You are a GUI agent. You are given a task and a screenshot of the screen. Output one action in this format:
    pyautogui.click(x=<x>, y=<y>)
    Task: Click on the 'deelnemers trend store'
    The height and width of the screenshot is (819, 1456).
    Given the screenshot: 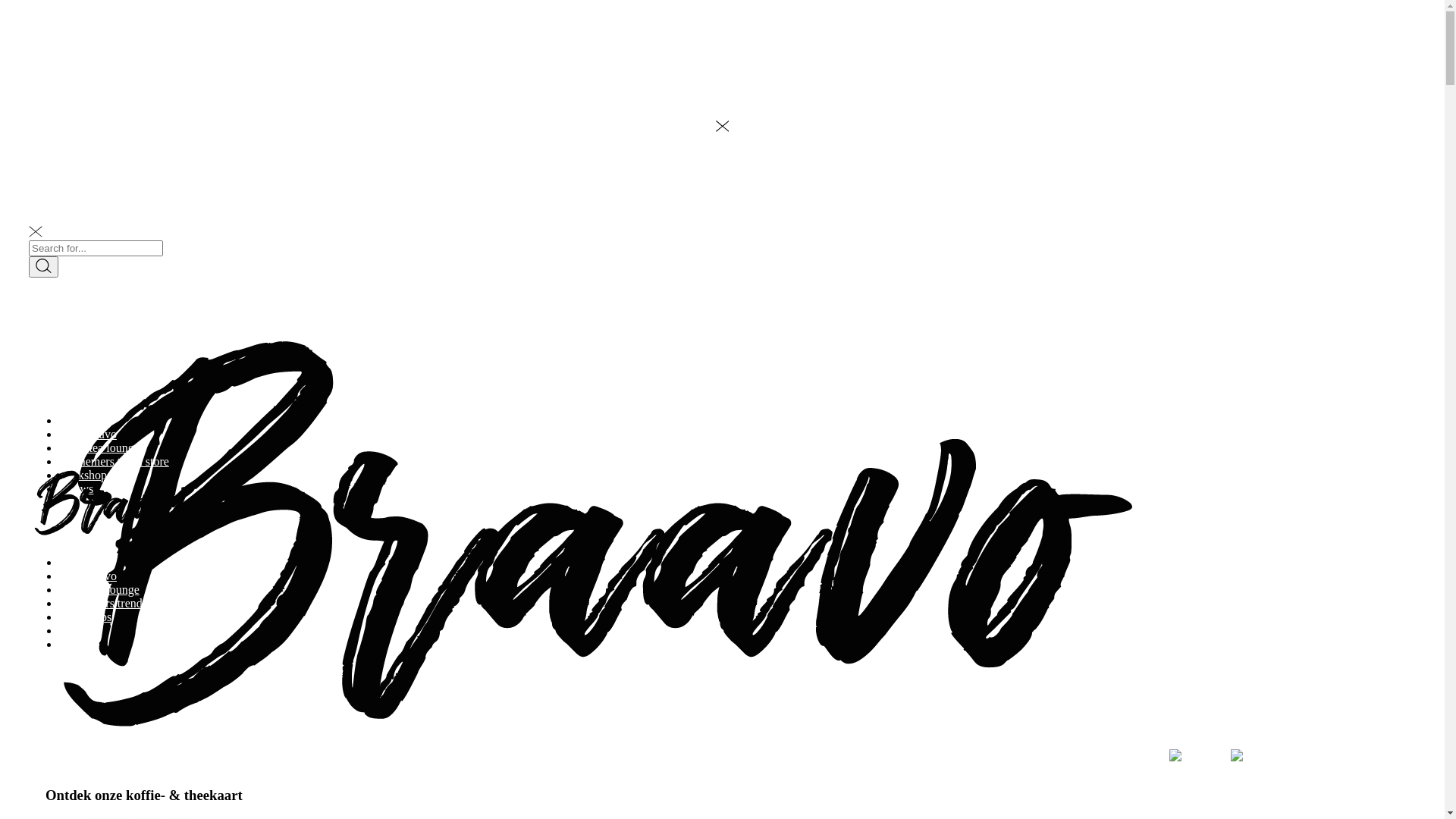 What is the action you would take?
    pyautogui.click(x=113, y=460)
    